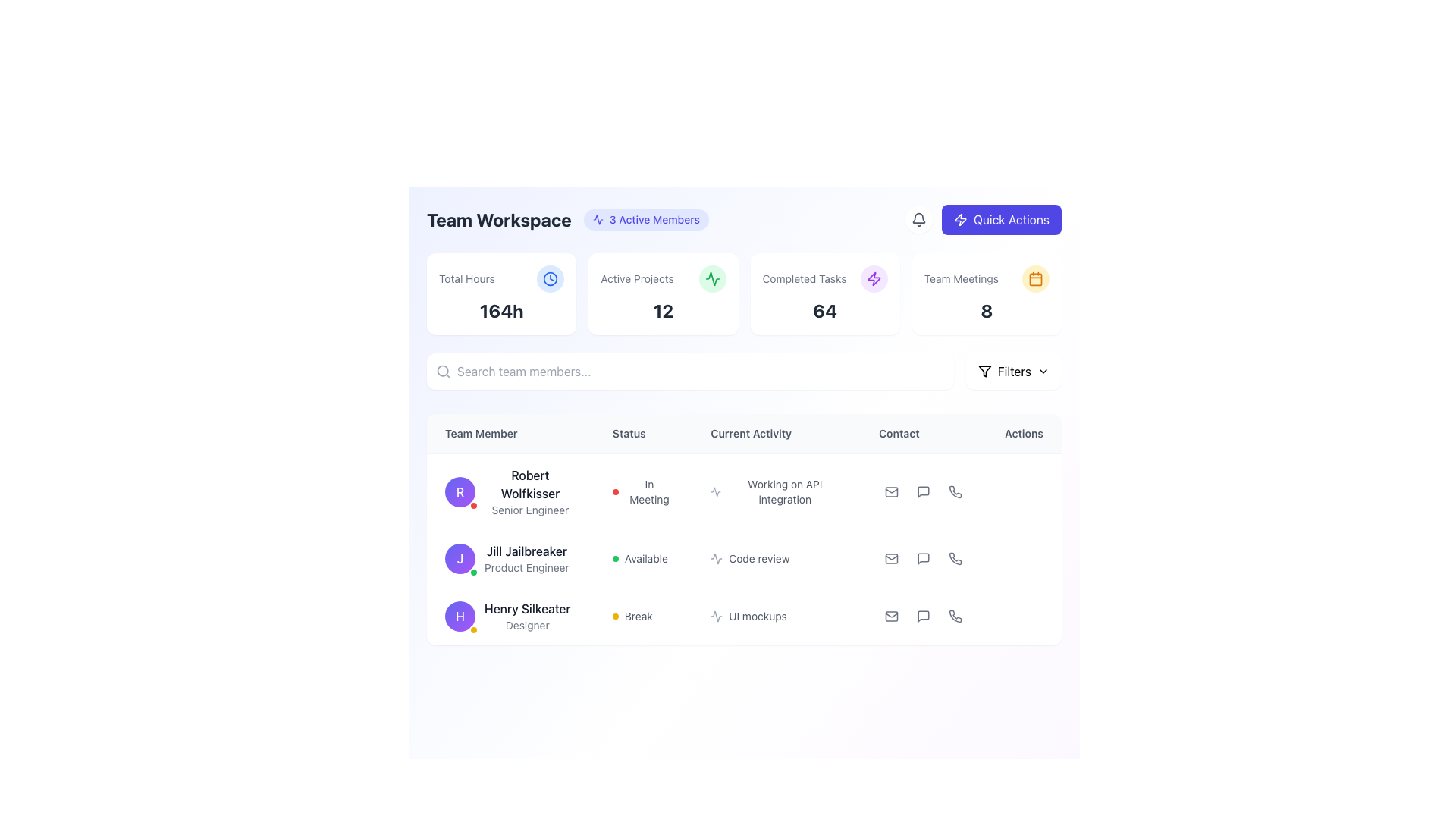  Describe the element at coordinates (923, 491) in the screenshot. I see `the second button in the horizontal row of three icons under the 'Contact' column` at that location.